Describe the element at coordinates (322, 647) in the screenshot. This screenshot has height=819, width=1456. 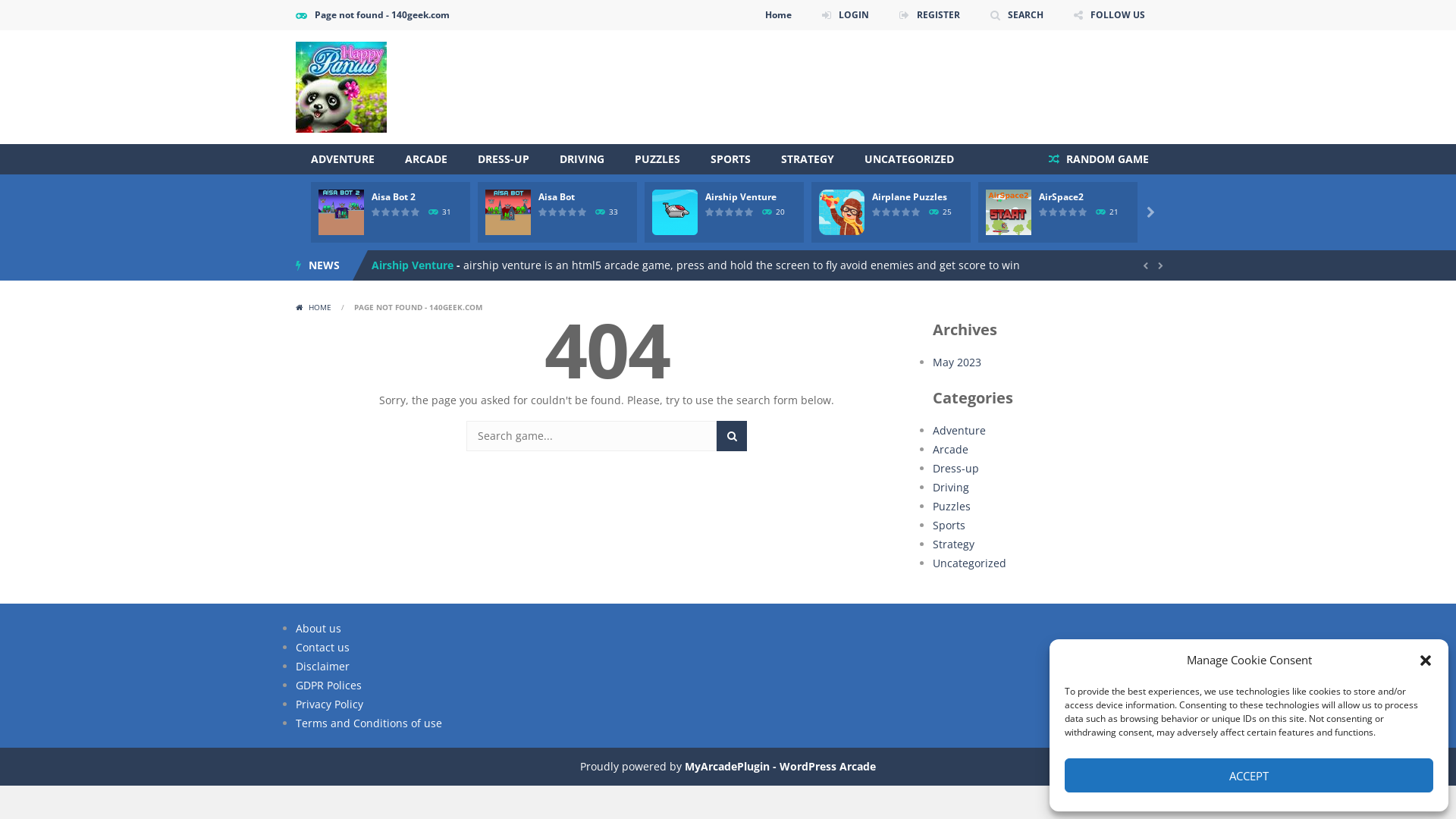
I see `'Contact us'` at that location.